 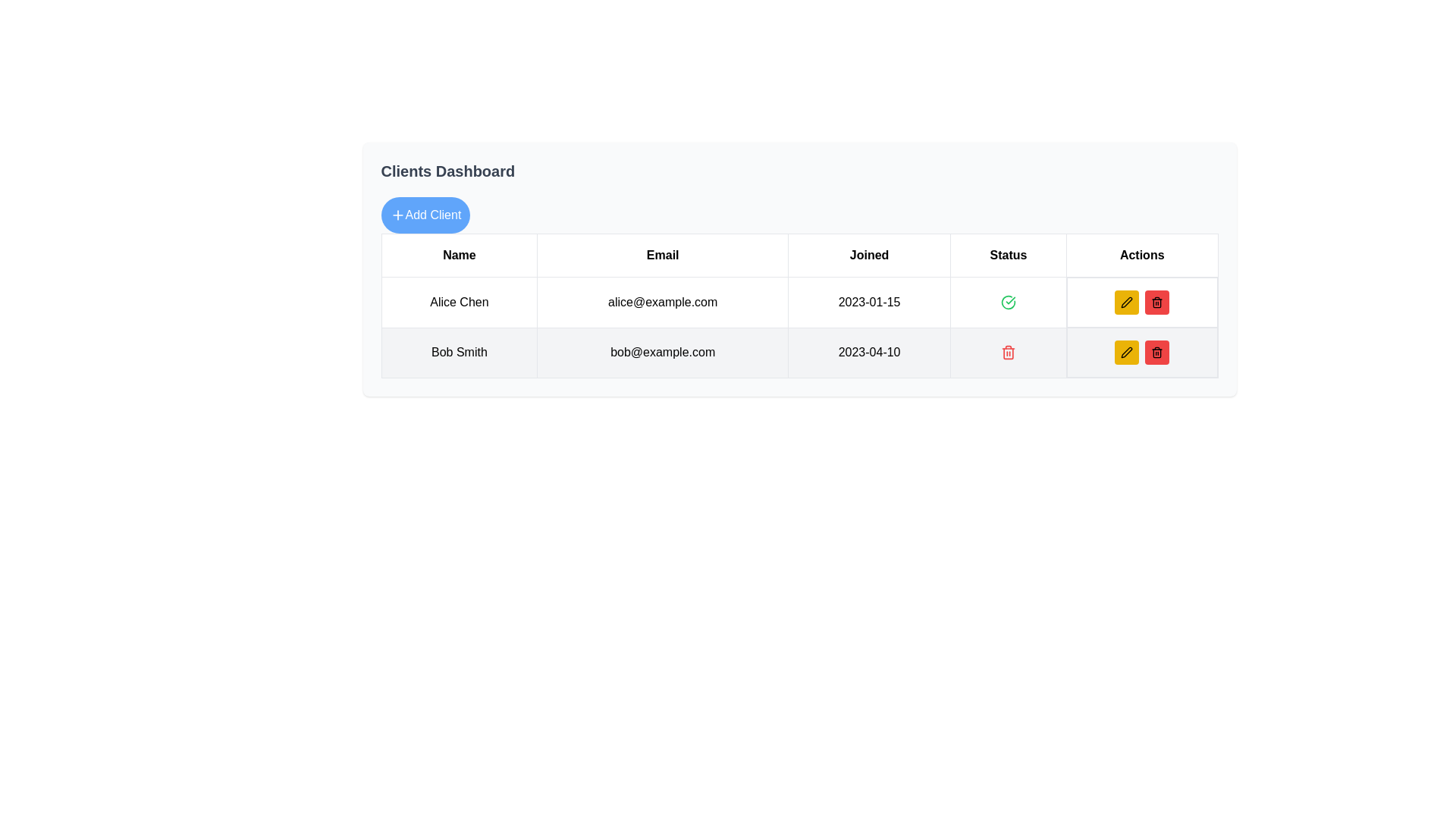 What do you see at coordinates (869, 353) in the screenshot?
I see `the static text element displaying the date '2023-04-10' in the third column labeled 'Joined' of the second row in the table` at bounding box center [869, 353].